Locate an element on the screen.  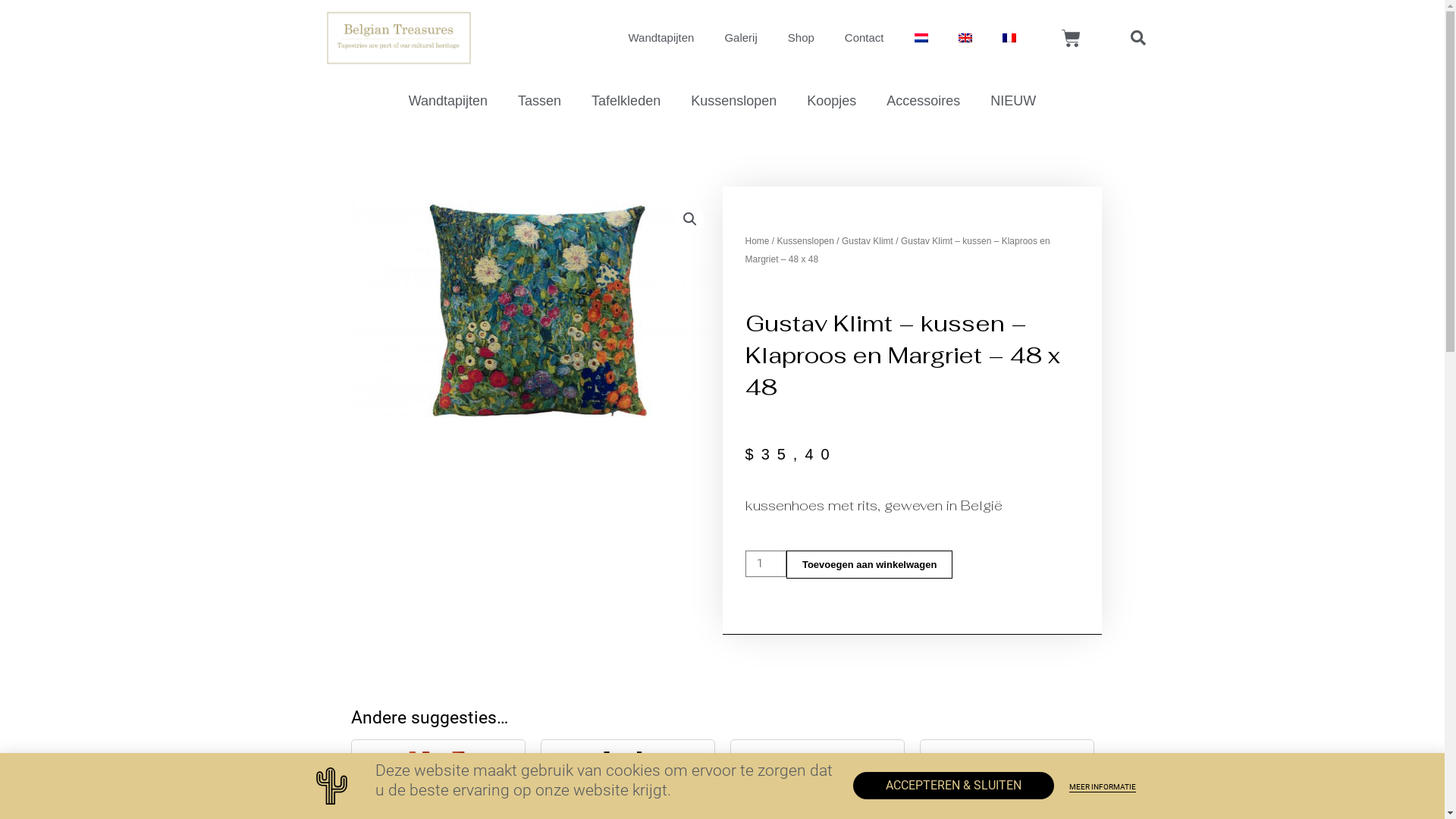
'Toevoegen aan winkelwagen' is located at coordinates (869, 564).